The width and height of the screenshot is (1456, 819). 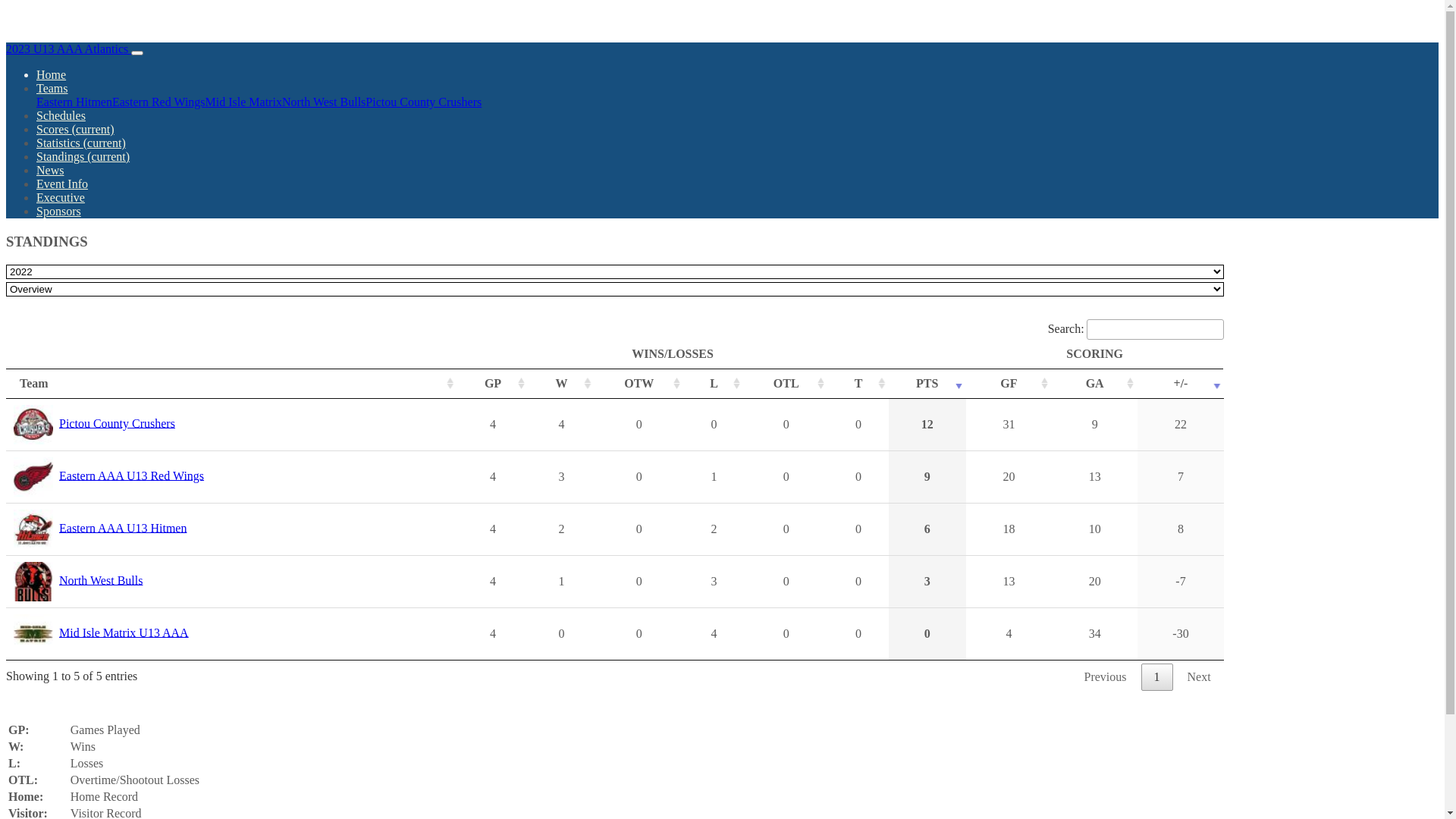 What do you see at coordinates (74, 128) in the screenshot?
I see `'Scores (current)'` at bounding box center [74, 128].